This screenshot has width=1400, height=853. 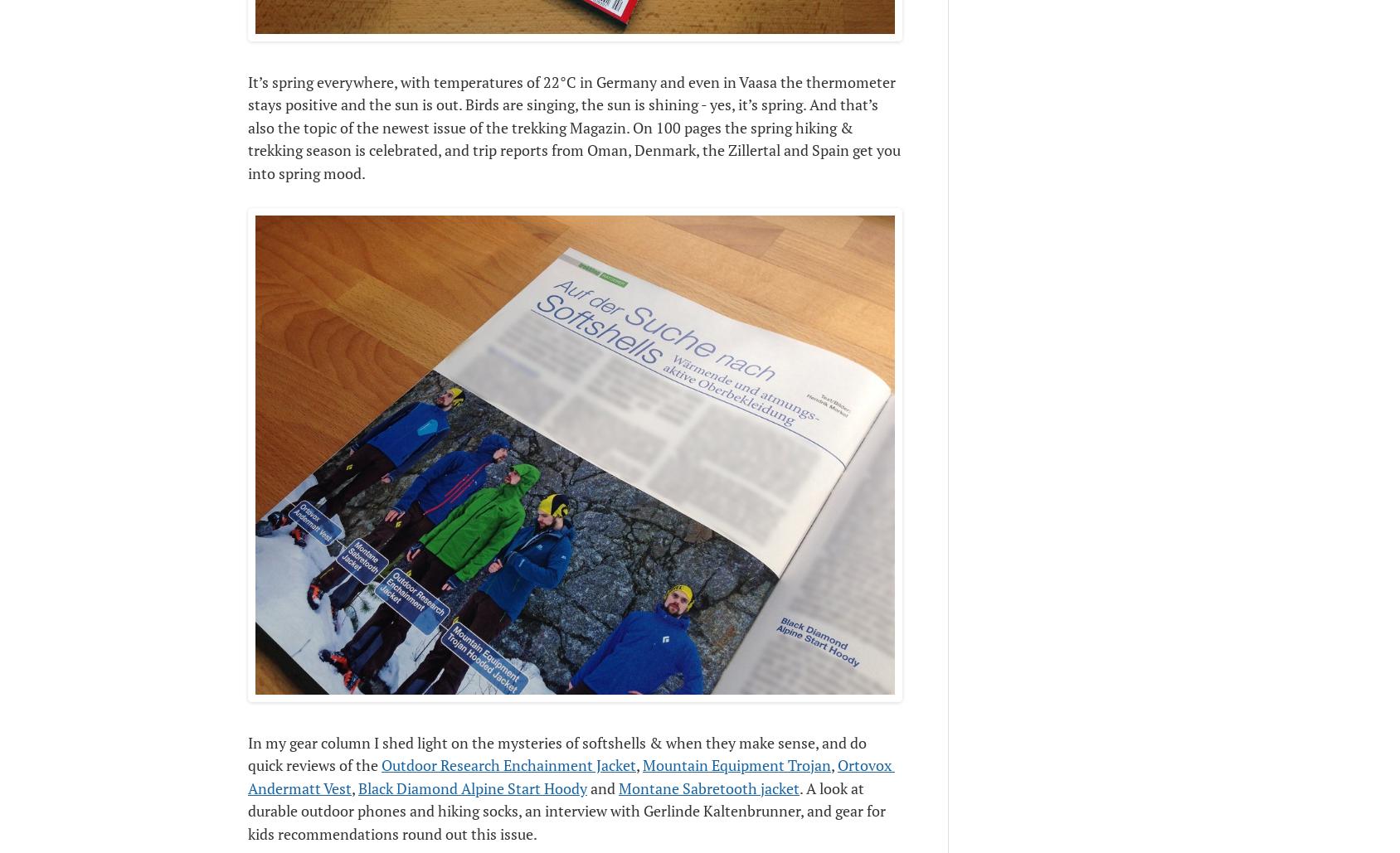 What do you see at coordinates (586, 787) in the screenshot?
I see `'and'` at bounding box center [586, 787].